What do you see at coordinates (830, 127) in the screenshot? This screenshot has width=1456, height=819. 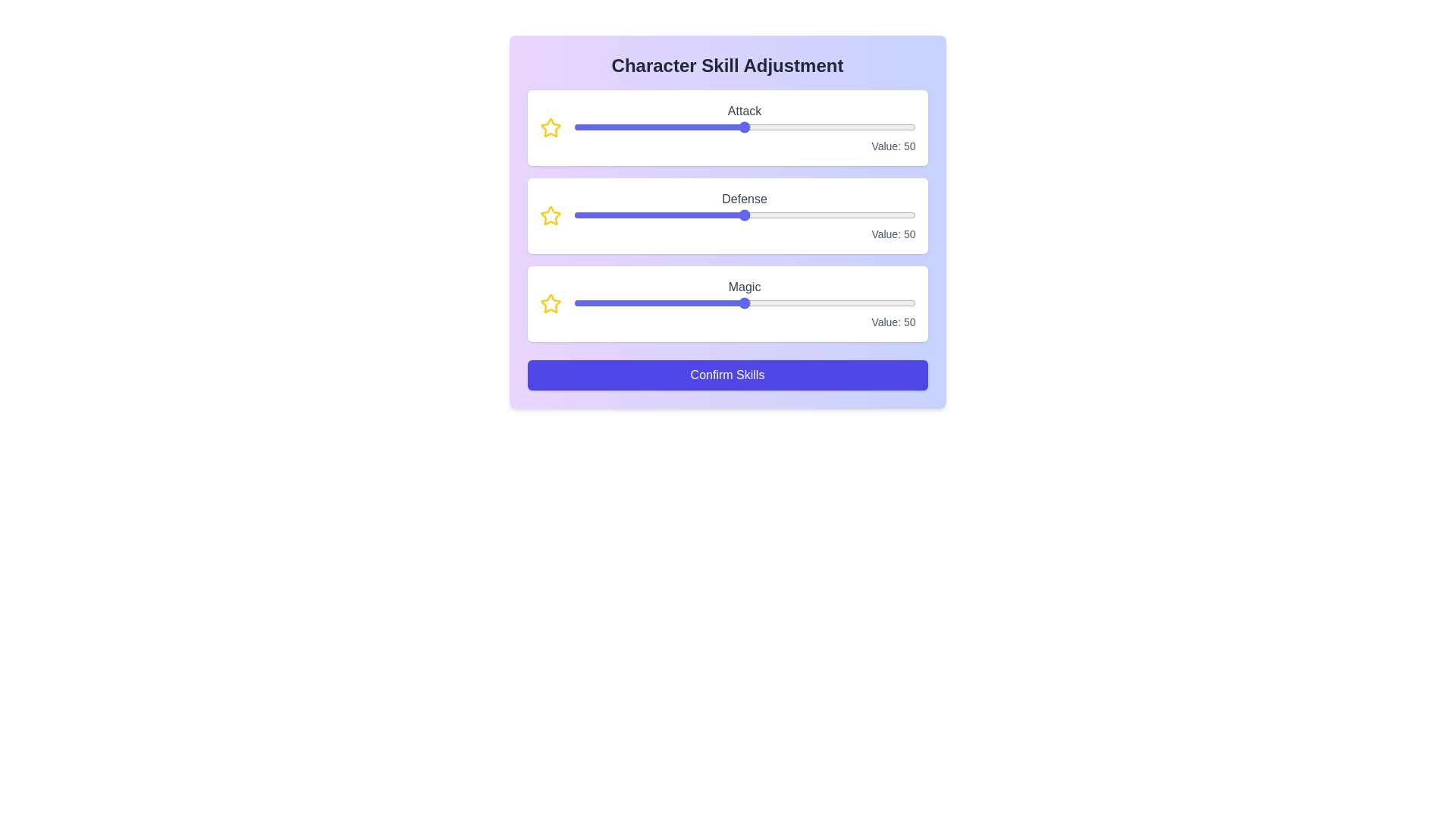 I see `the 0 slider to 51` at bounding box center [830, 127].